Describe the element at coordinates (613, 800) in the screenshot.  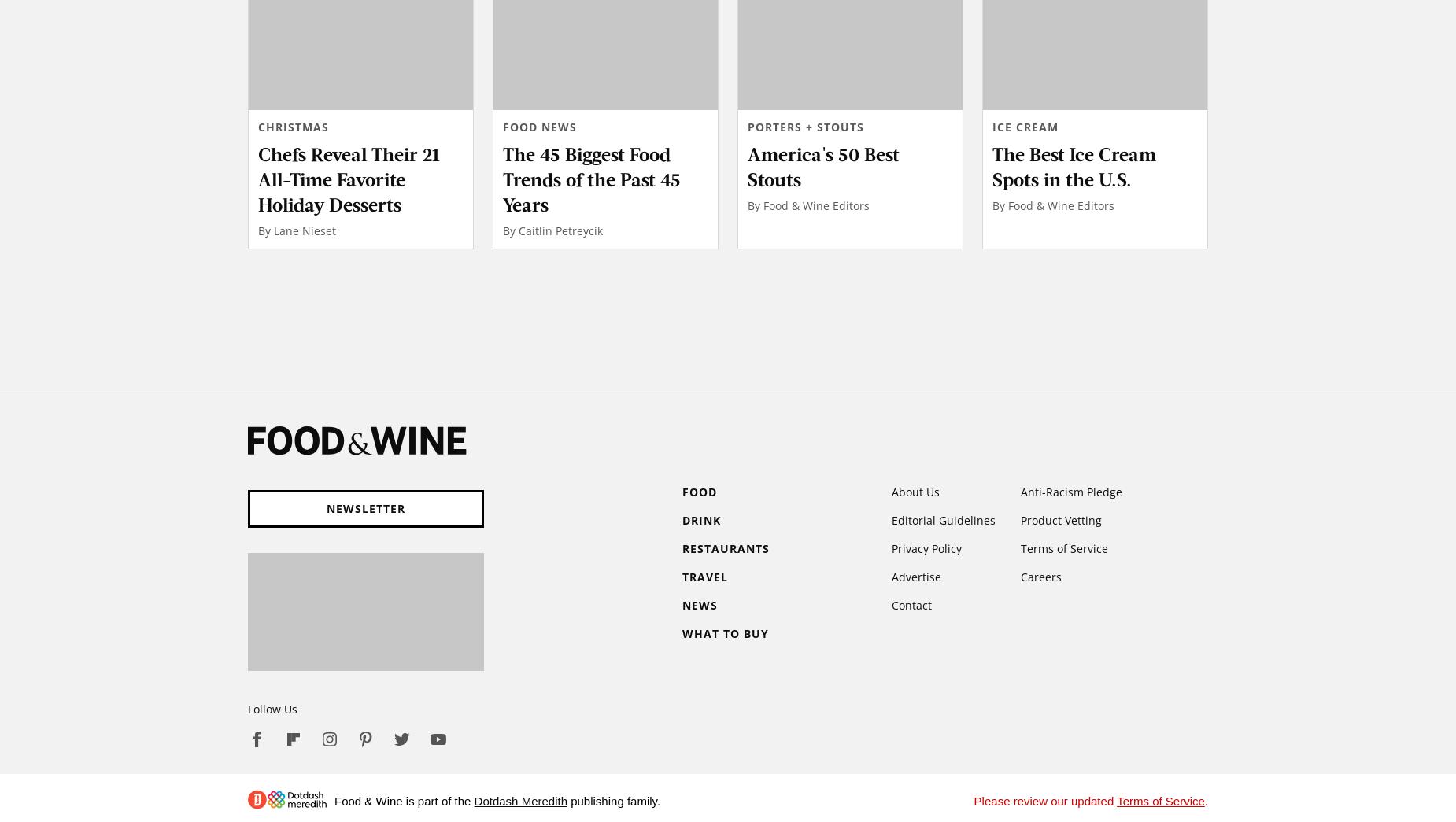
I see `'publishing family.'` at that location.